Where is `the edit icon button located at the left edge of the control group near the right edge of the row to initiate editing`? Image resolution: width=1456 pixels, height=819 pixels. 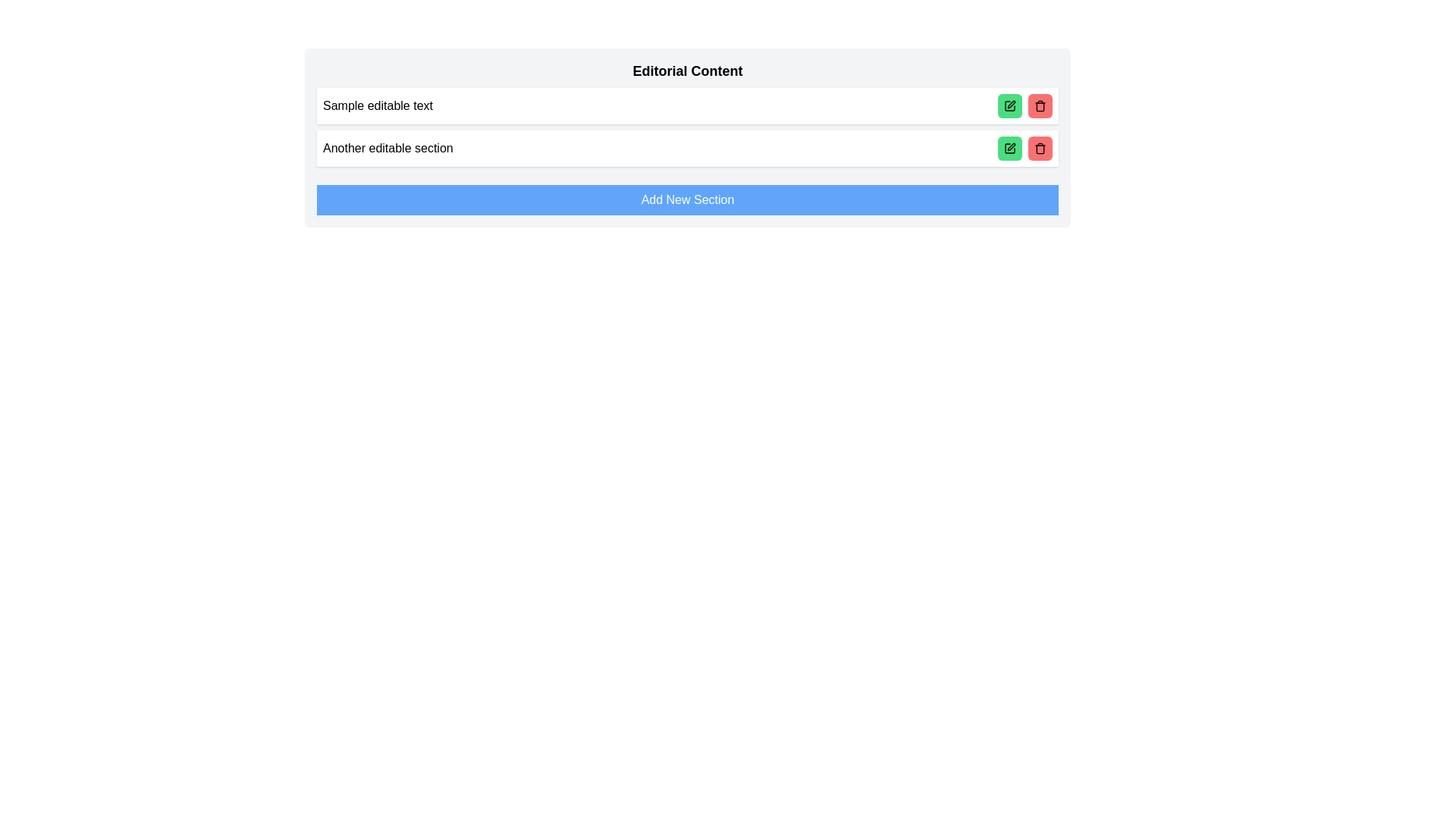 the edit icon button located at the left edge of the control group near the right edge of the row to initiate editing is located at coordinates (1009, 105).